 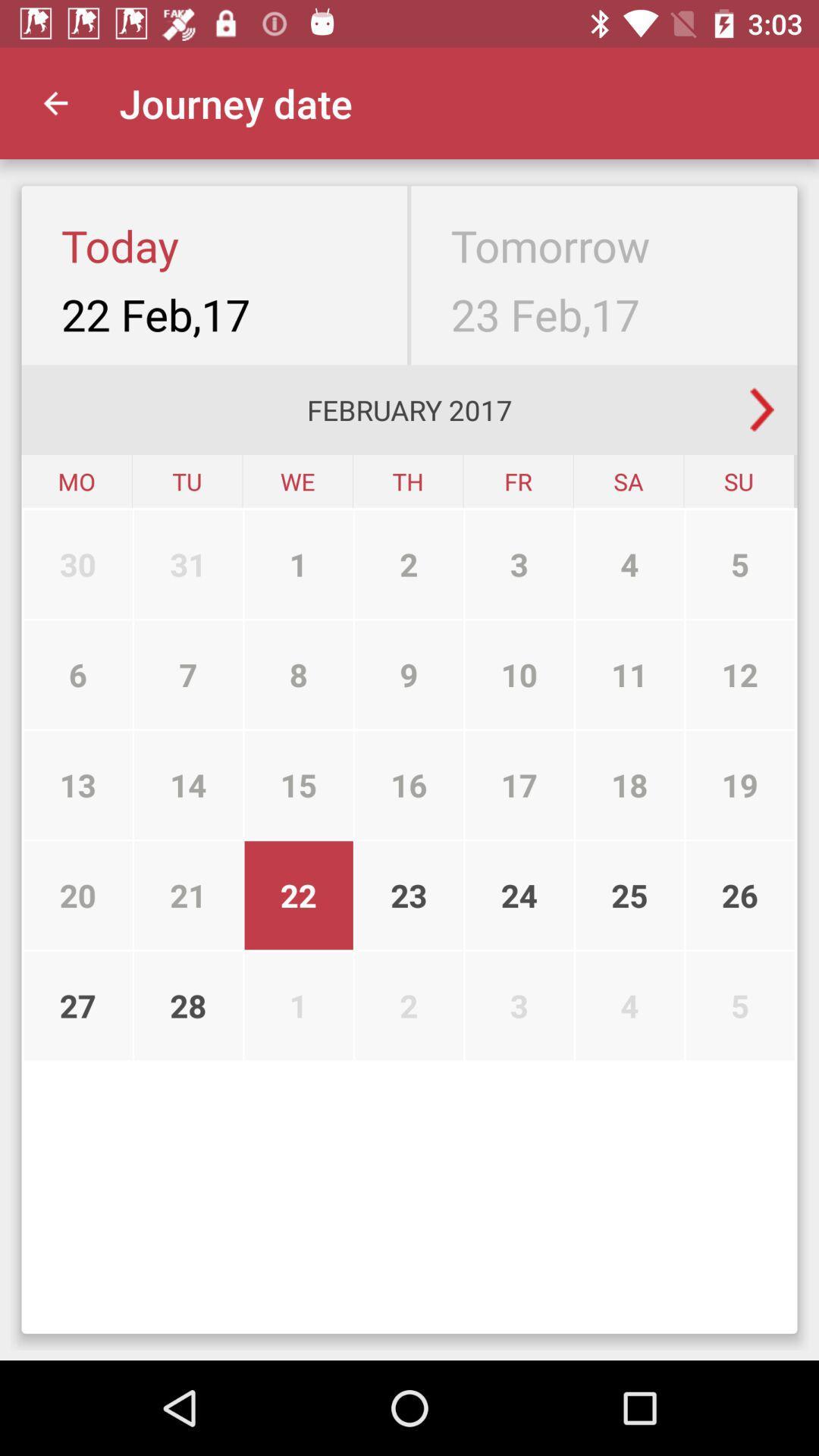 What do you see at coordinates (55, 102) in the screenshot?
I see `the app to the left of the journey date` at bounding box center [55, 102].